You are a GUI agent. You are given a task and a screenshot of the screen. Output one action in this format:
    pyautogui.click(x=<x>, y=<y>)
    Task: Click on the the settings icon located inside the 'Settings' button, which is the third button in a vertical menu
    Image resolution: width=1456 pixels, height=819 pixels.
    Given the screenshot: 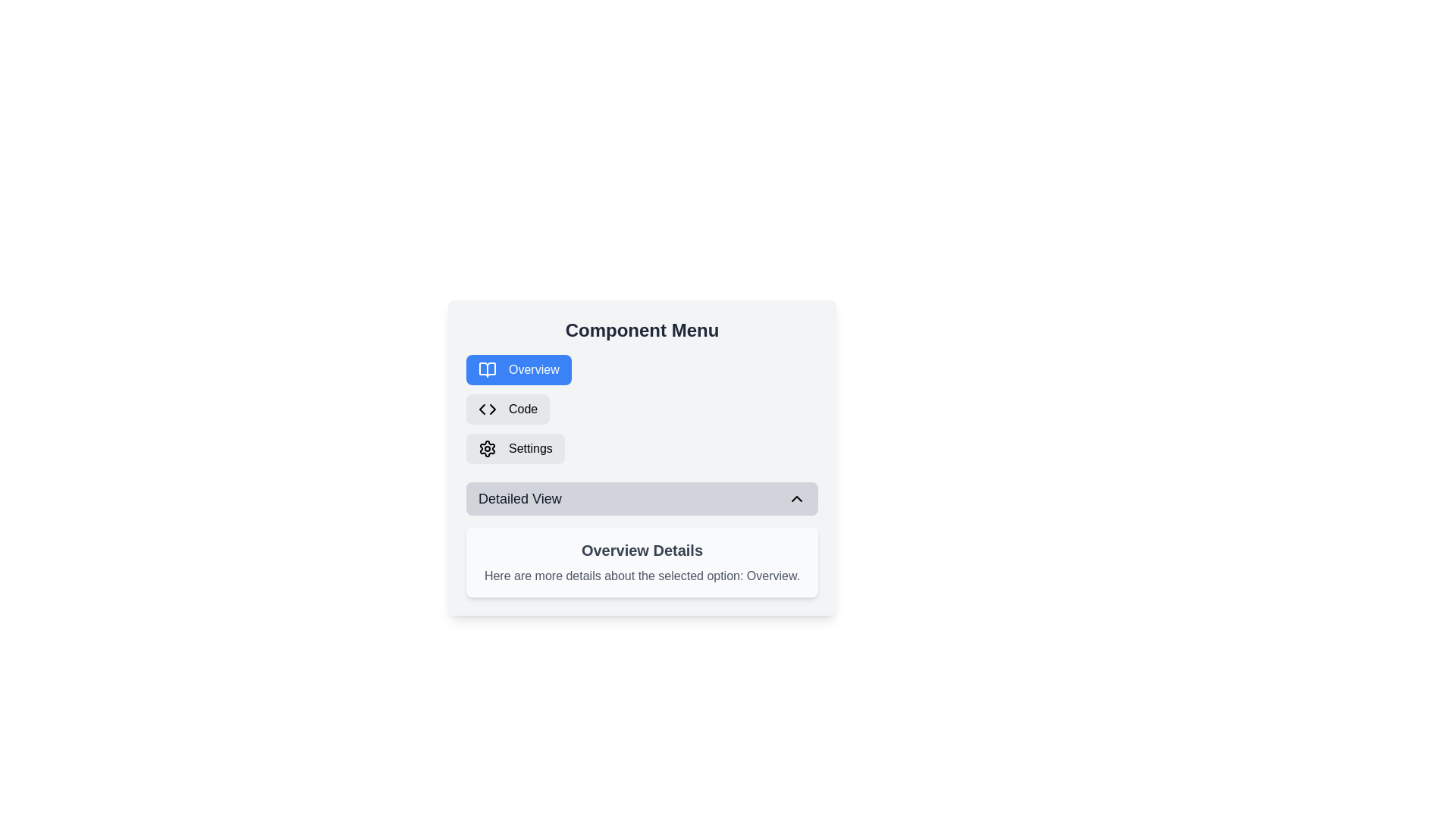 What is the action you would take?
    pyautogui.click(x=488, y=447)
    